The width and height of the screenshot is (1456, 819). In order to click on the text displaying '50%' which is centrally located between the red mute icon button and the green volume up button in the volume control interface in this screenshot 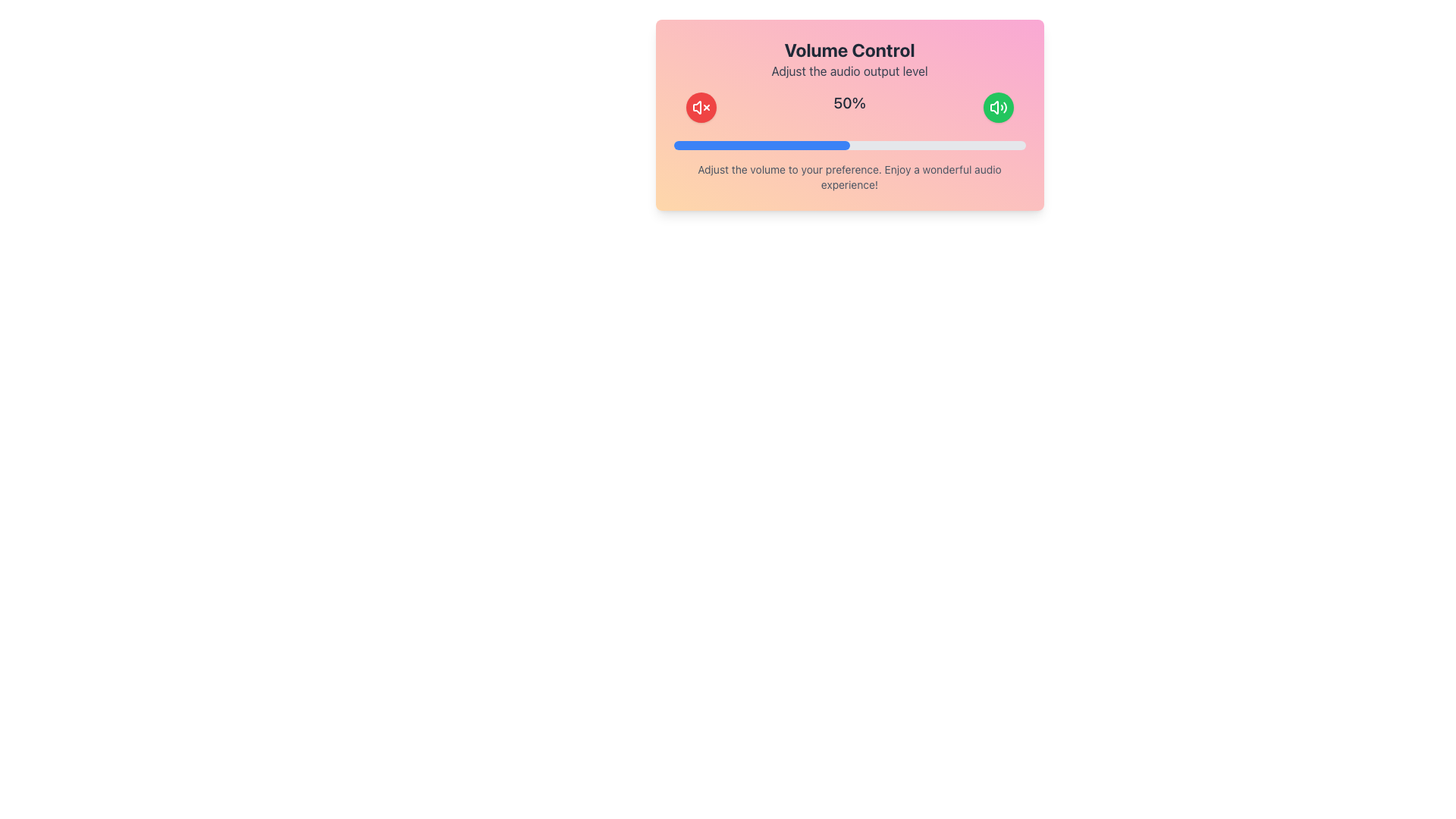, I will do `click(849, 107)`.